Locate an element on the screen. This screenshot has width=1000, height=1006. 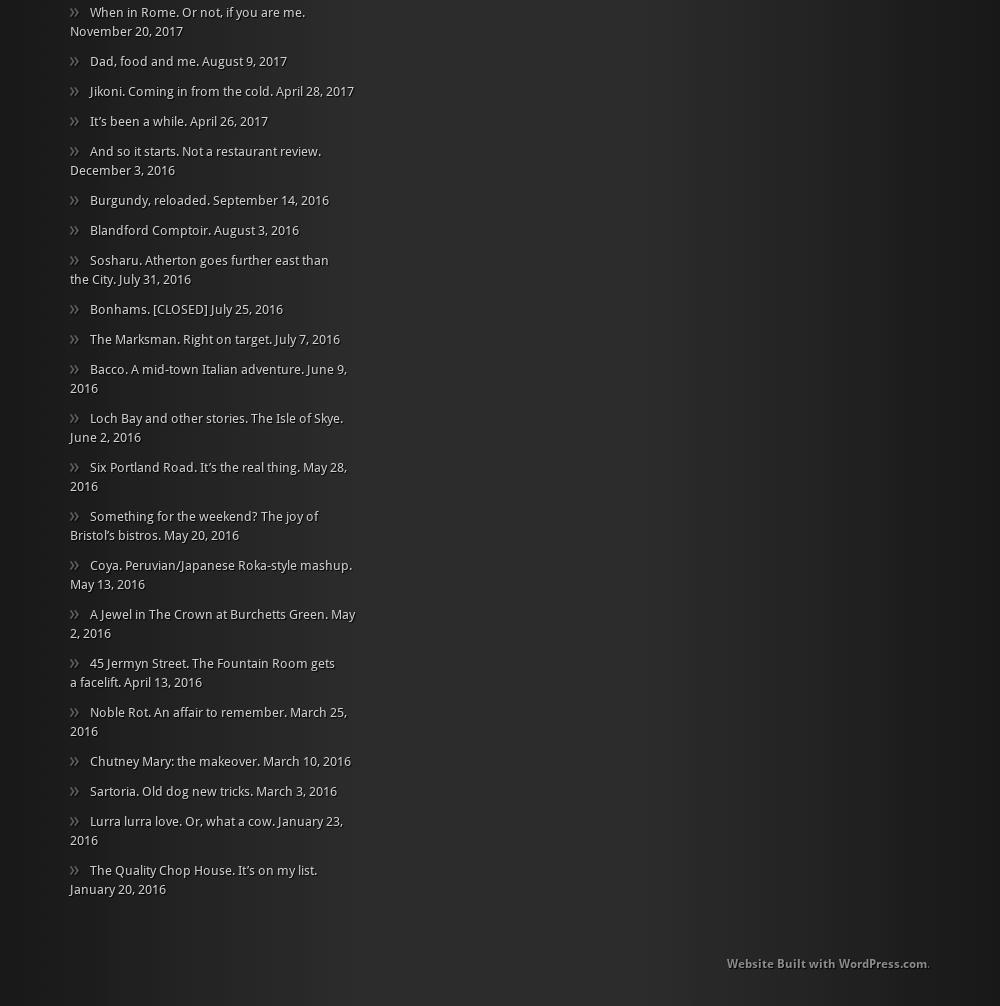
'Lurra lurra love. Or, what a cow.' is located at coordinates (182, 819).